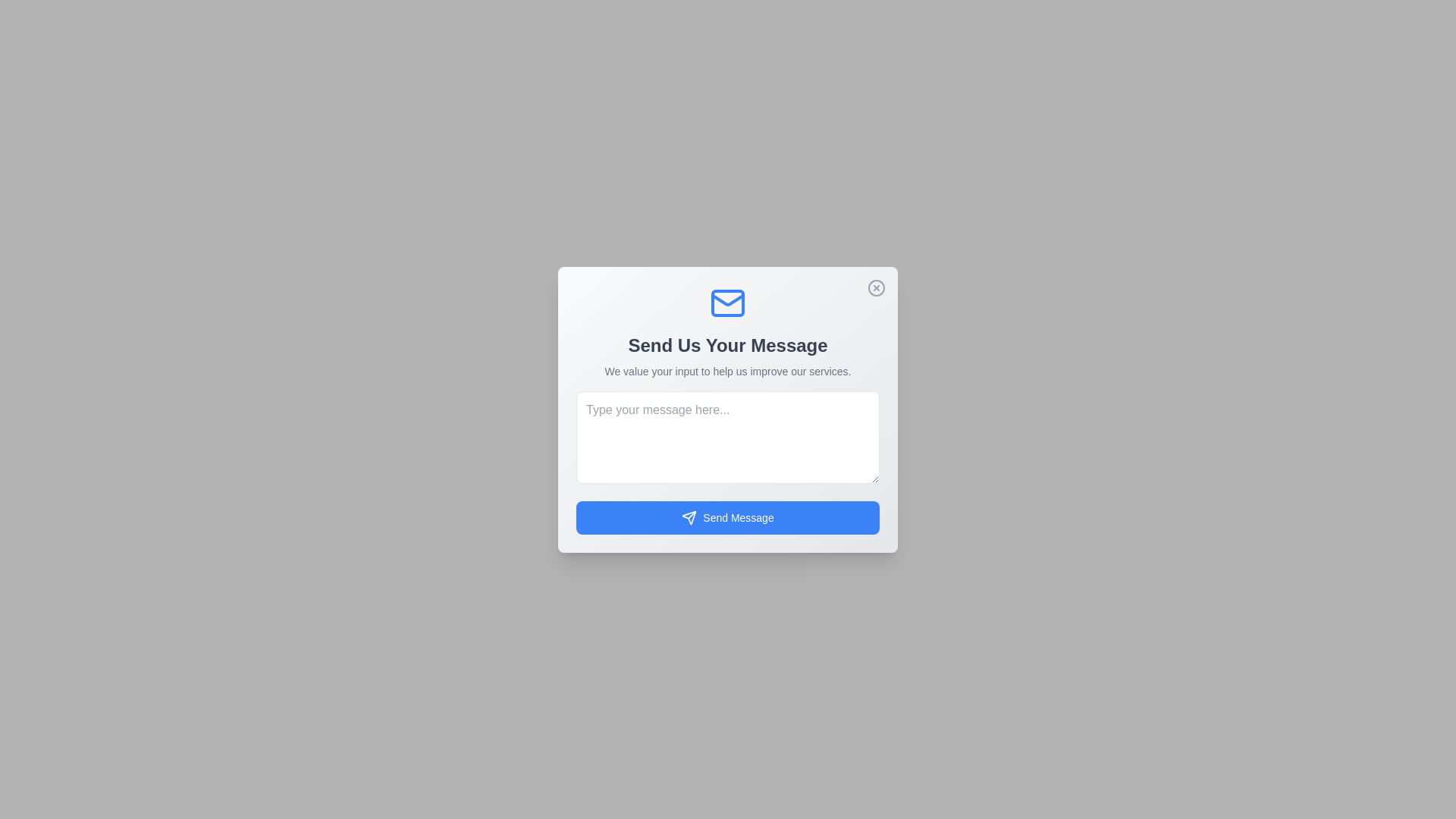  Describe the element at coordinates (877, 287) in the screenshot. I see `the close button to dismiss the dialog` at that location.